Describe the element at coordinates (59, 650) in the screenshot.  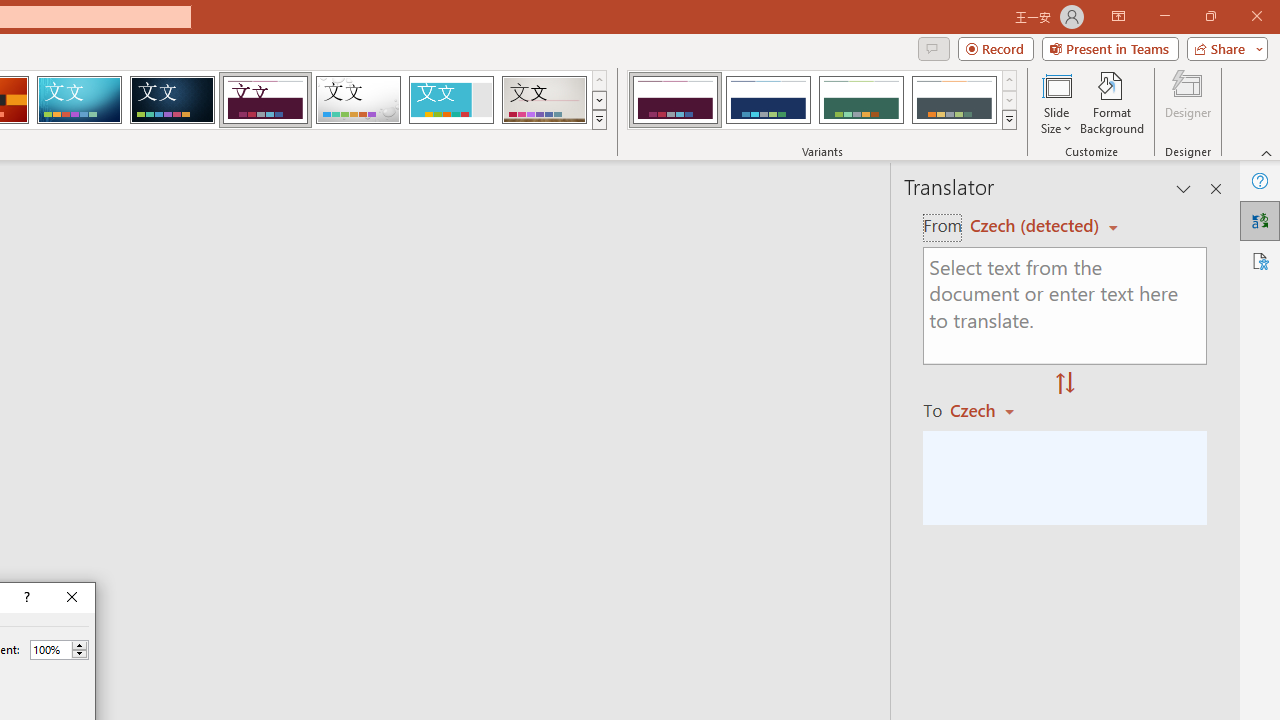
I see `'Percent'` at that location.